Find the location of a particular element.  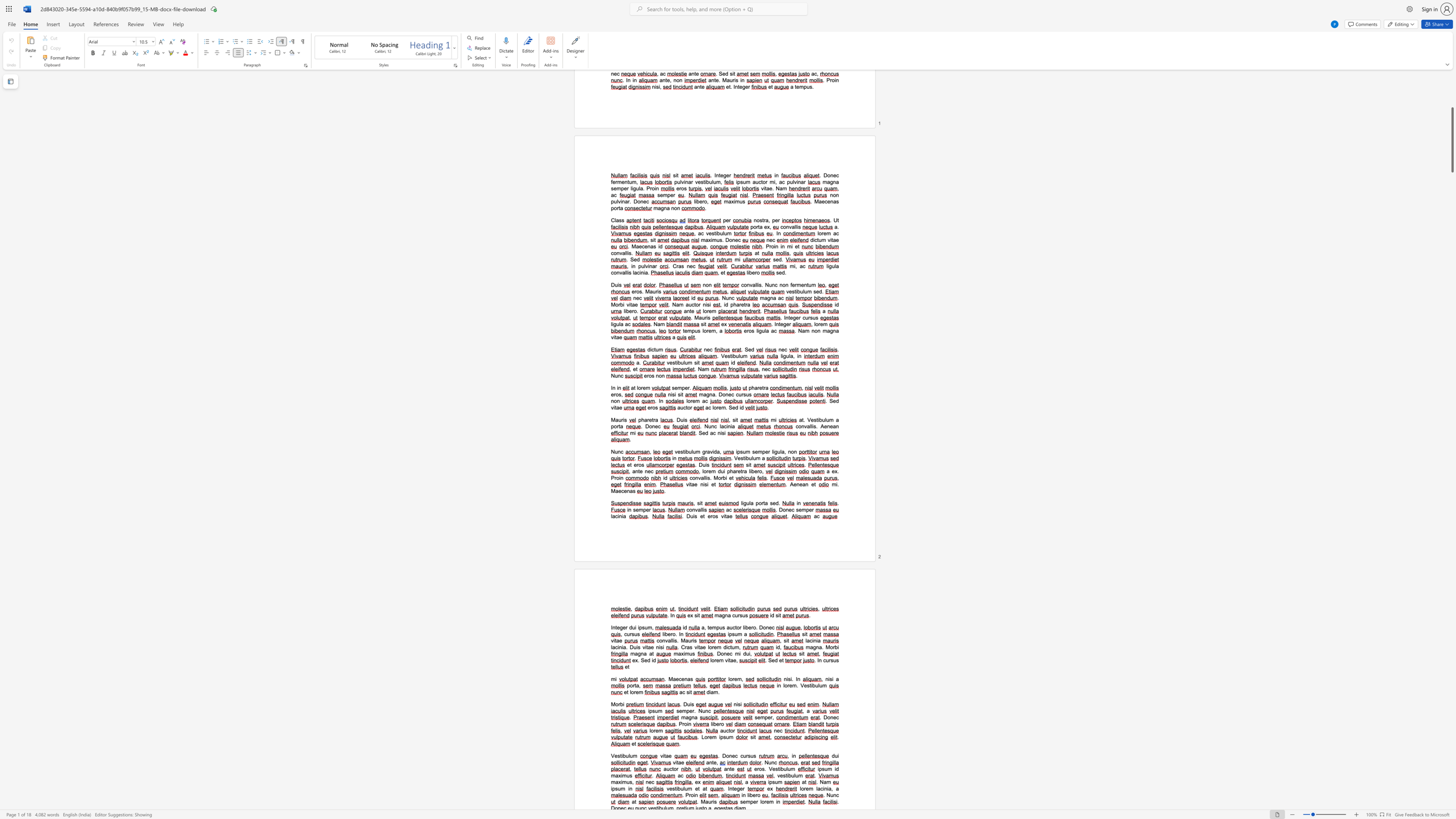

the space between the continuous character "n" and "a" in the text is located at coordinates (687, 679).